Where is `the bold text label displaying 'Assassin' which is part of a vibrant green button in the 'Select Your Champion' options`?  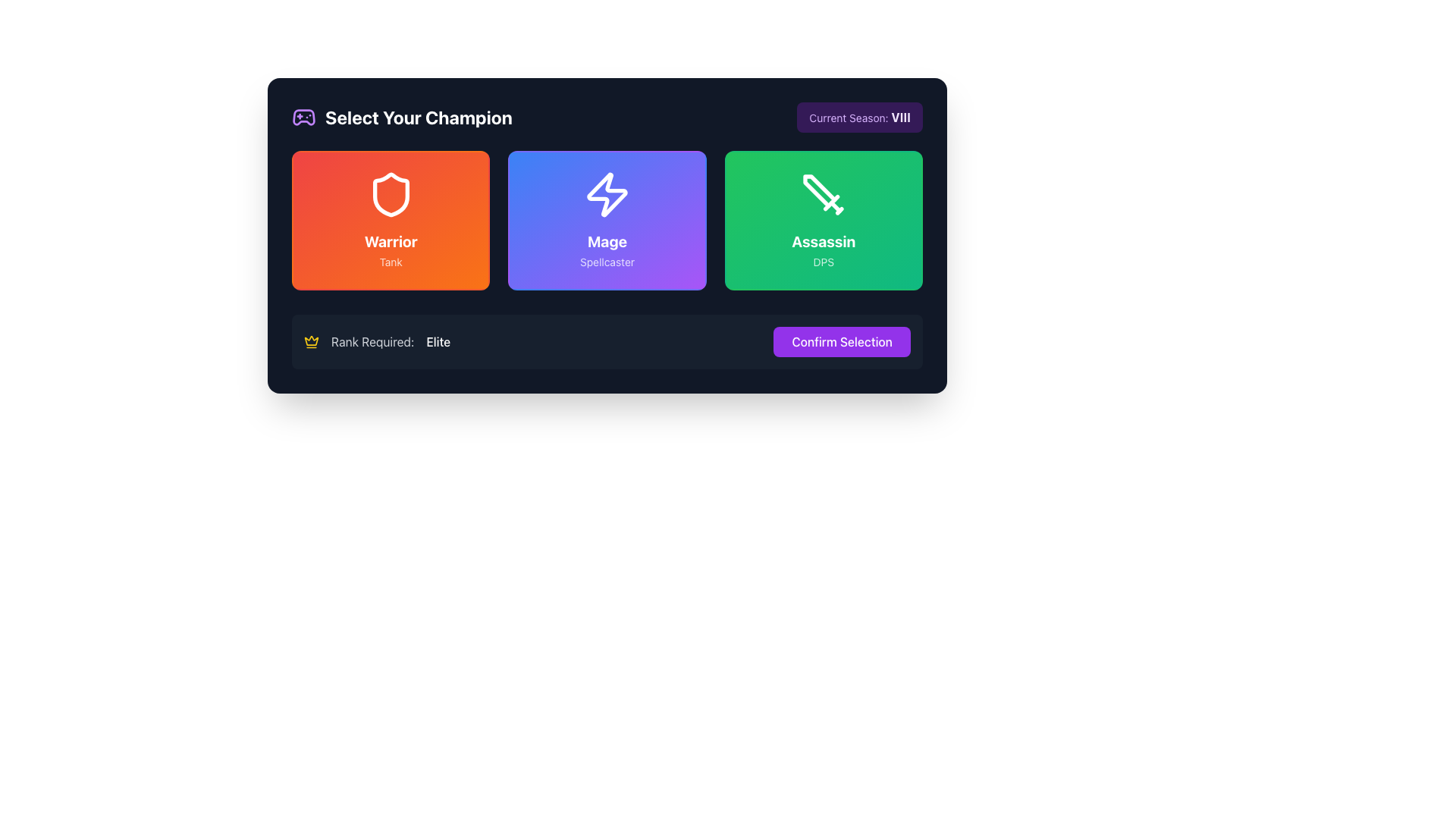 the bold text label displaying 'Assassin' which is part of a vibrant green button in the 'Select Your Champion' options is located at coordinates (823, 241).